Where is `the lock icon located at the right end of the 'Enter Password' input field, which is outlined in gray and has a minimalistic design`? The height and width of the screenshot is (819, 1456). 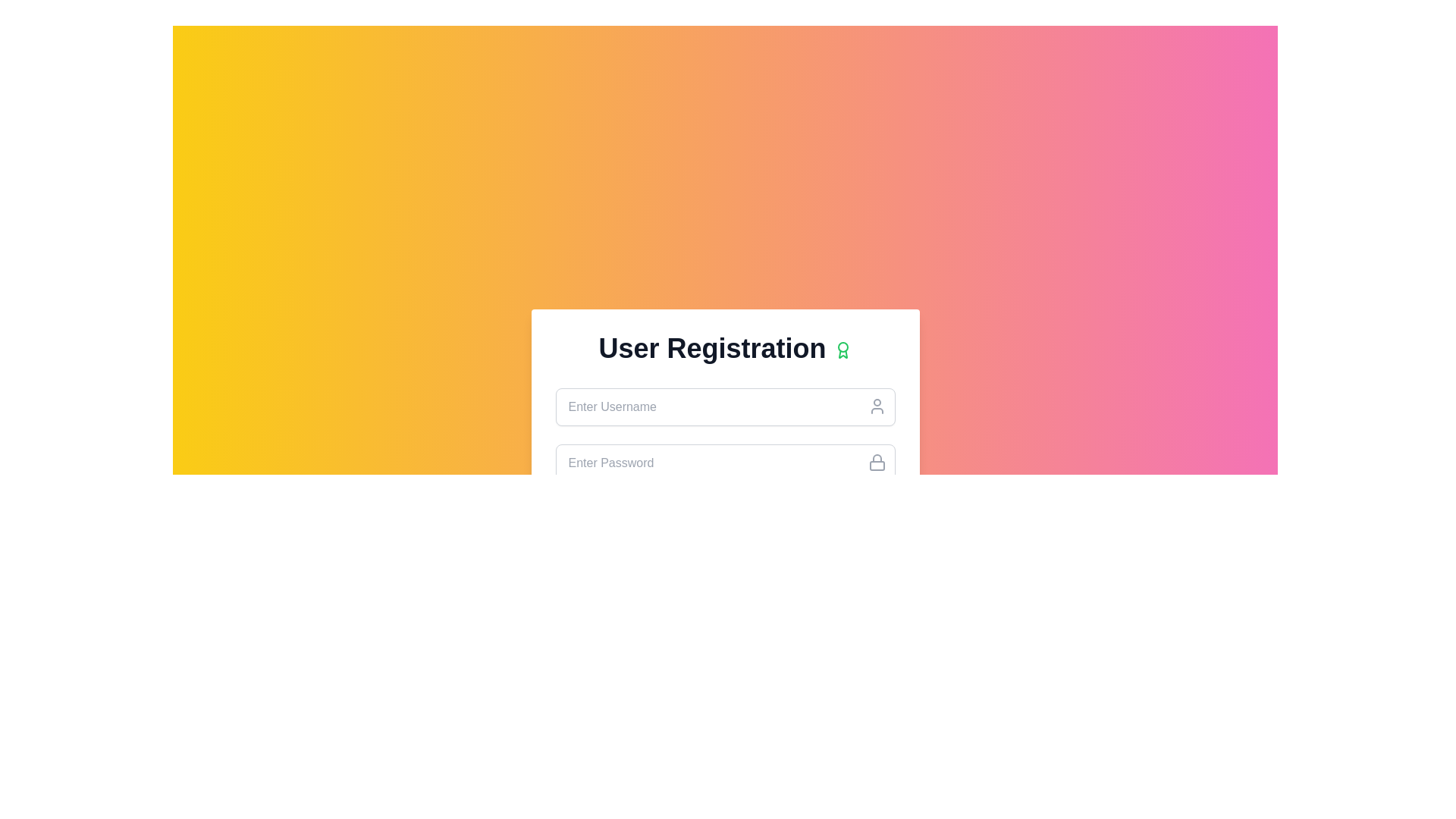 the lock icon located at the right end of the 'Enter Password' input field, which is outlined in gray and has a minimalistic design is located at coordinates (877, 461).